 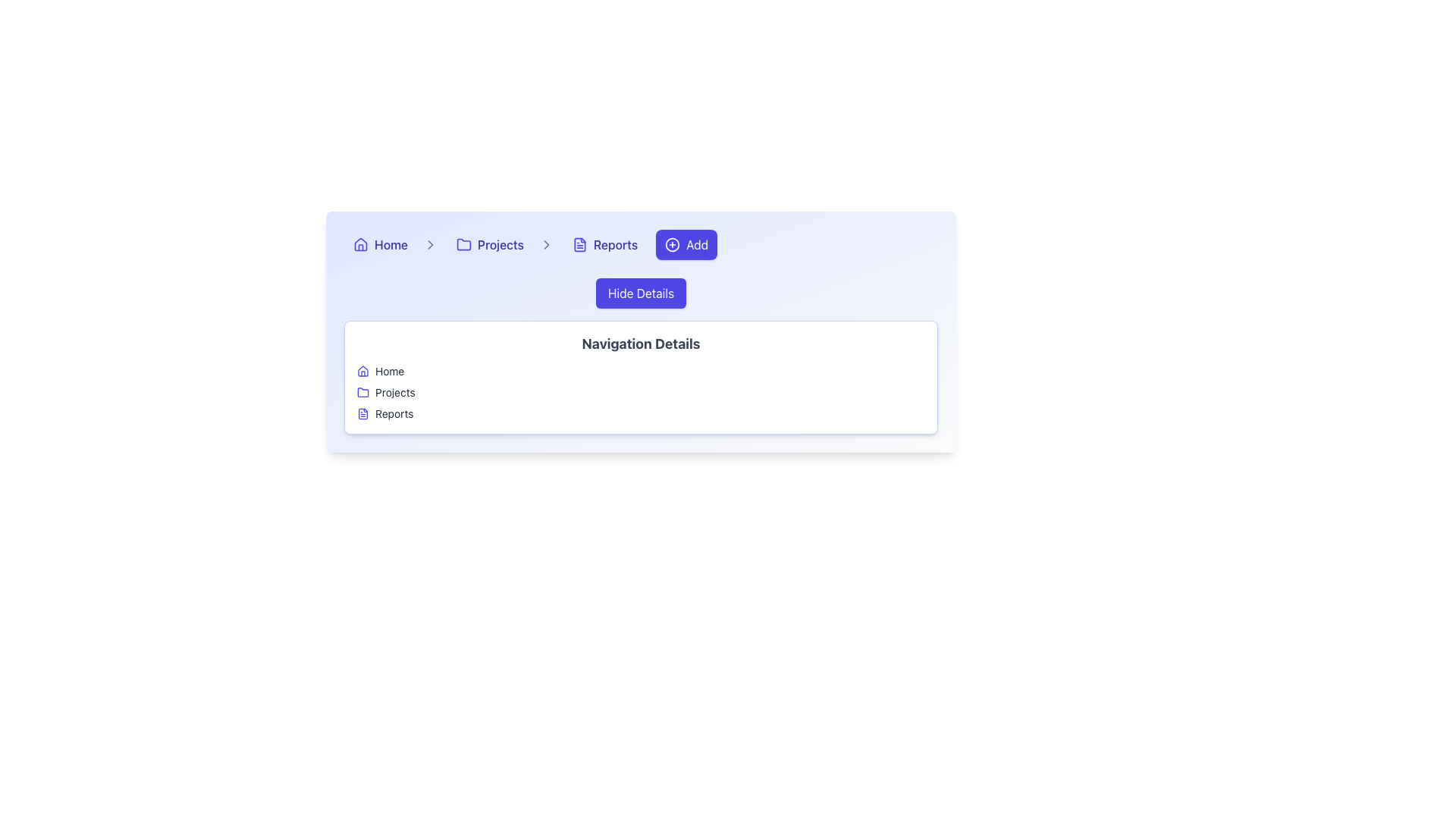 What do you see at coordinates (604, 244) in the screenshot?
I see `the 'Reports' breadcrumb navigation item` at bounding box center [604, 244].